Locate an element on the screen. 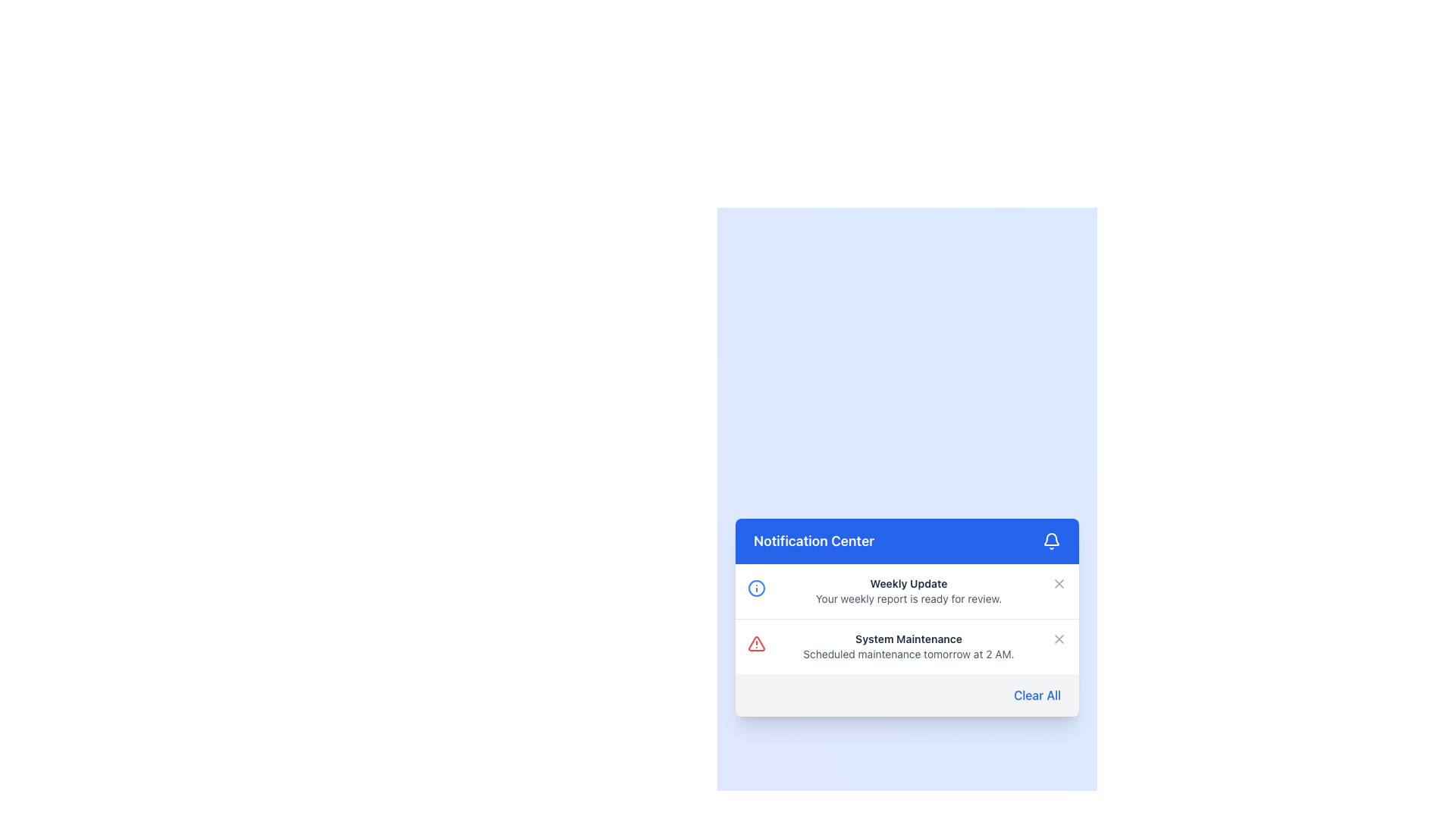 The image size is (1456, 819). the small 'X' icon button located in the top-right corner of the 'System Maintenance' notification card that changes color to red on hover is located at coordinates (1058, 638).